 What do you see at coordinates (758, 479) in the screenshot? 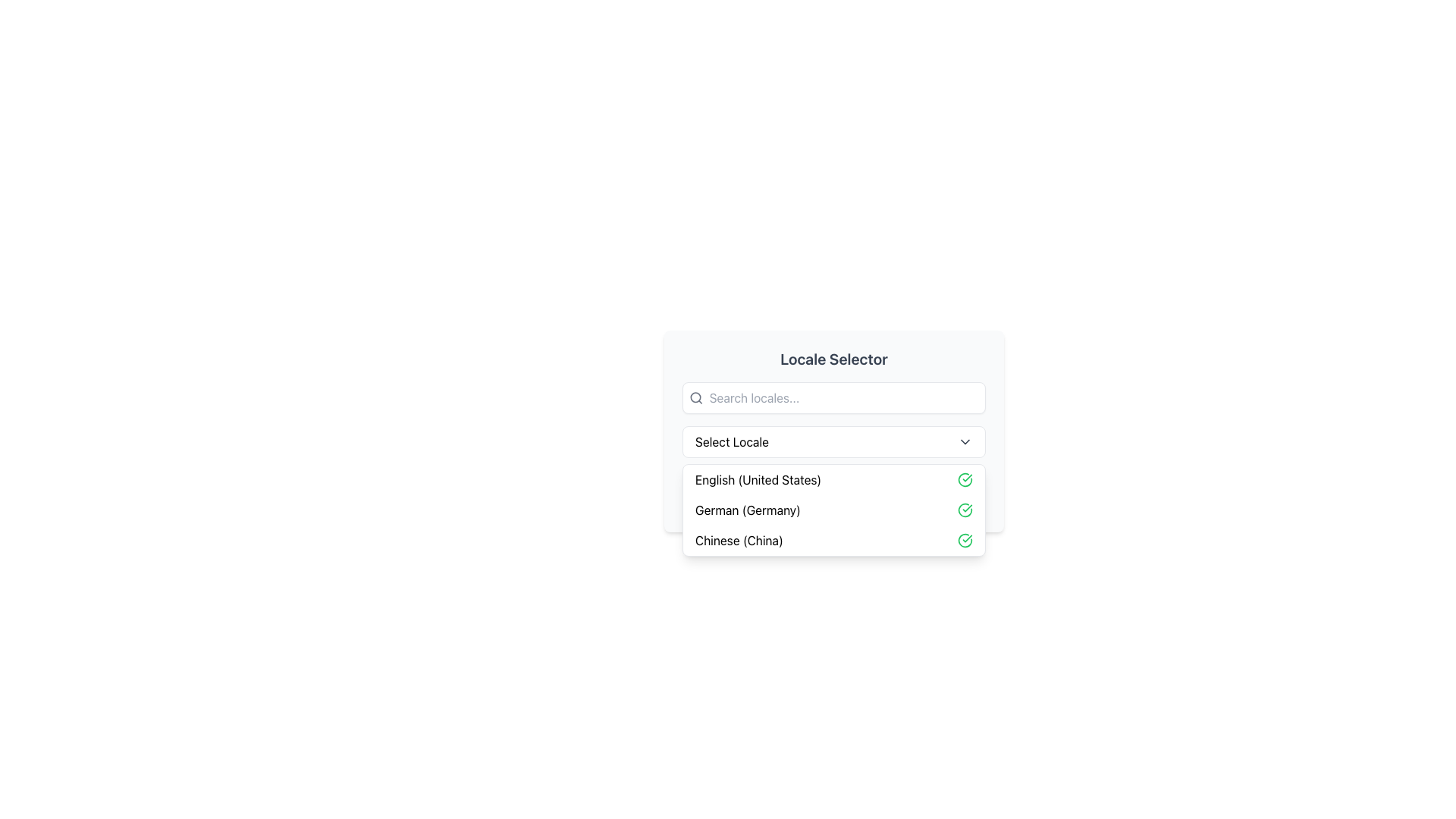
I see `the 'English (United States)' text label in the dropdown menu` at bounding box center [758, 479].